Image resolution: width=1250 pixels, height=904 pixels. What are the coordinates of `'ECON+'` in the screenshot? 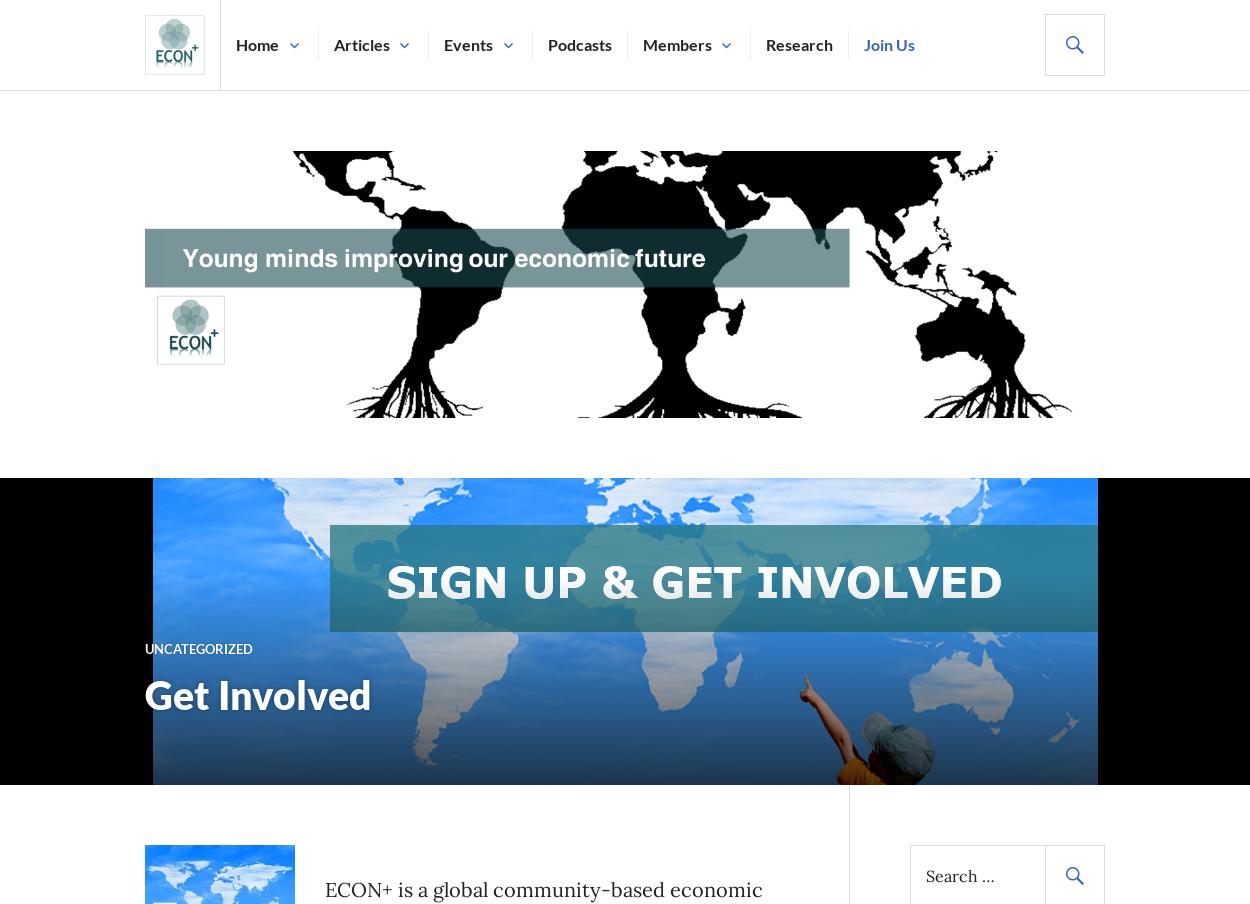 It's located at (172, 105).